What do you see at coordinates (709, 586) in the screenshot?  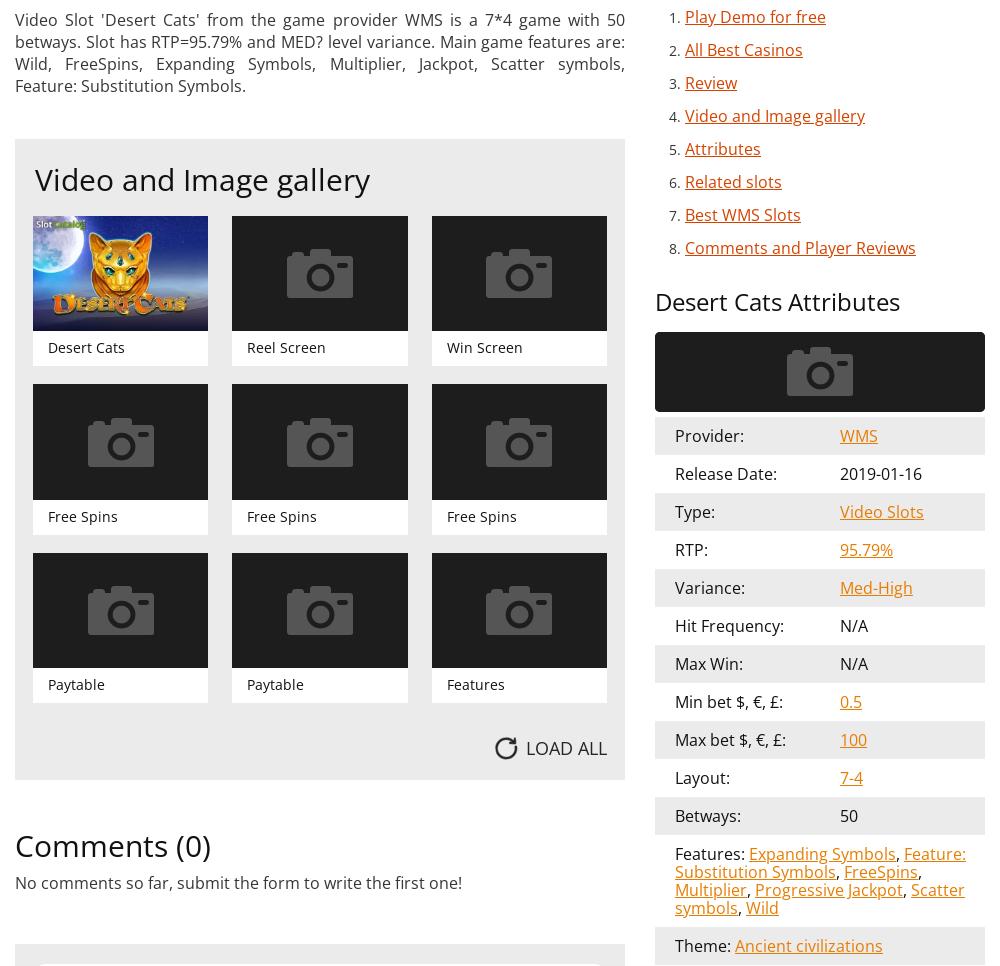 I see `'Variance:'` at bounding box center [709, 586].